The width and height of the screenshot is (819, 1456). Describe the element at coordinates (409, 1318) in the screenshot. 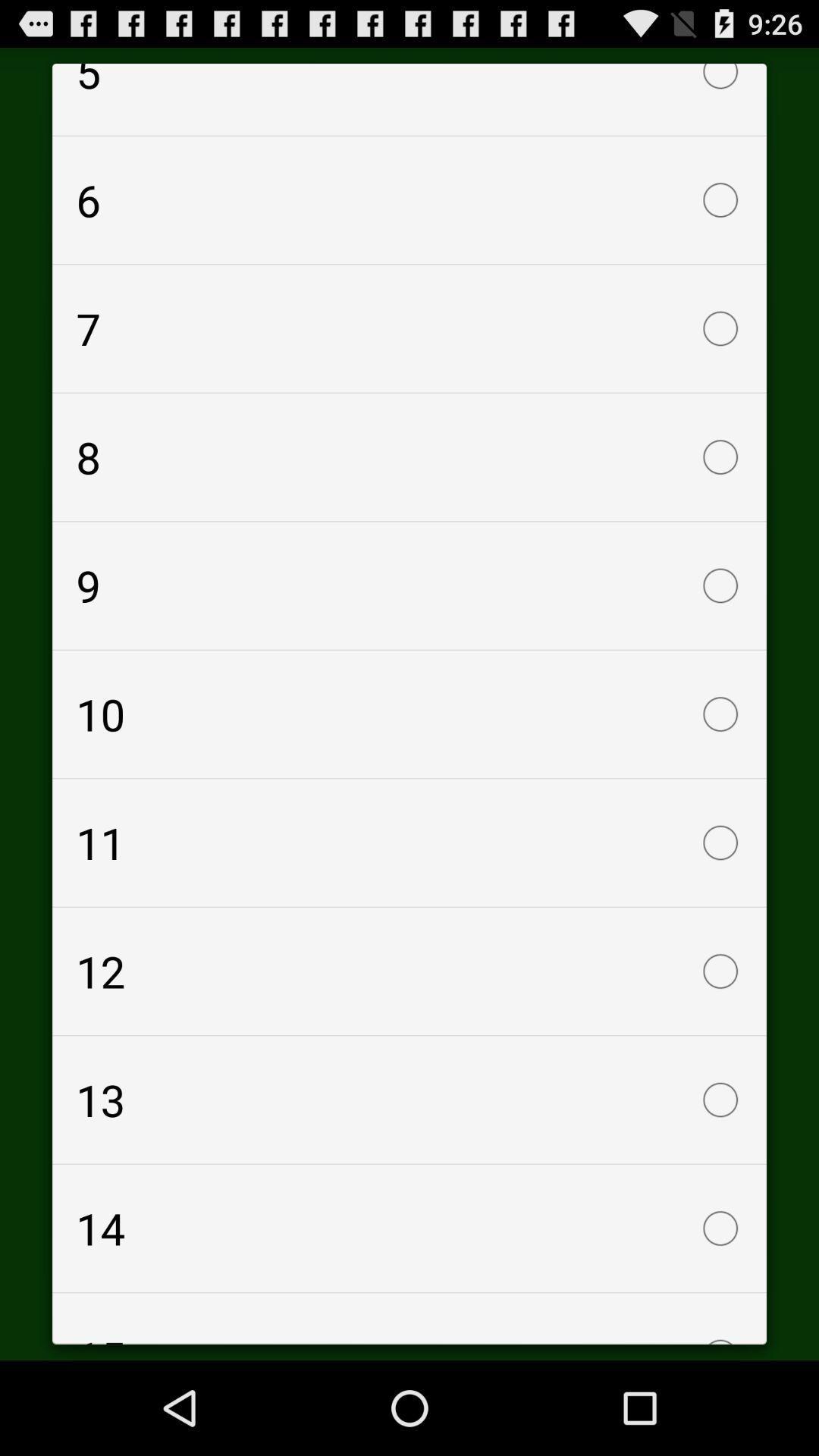

I see `15 icon` at that location.